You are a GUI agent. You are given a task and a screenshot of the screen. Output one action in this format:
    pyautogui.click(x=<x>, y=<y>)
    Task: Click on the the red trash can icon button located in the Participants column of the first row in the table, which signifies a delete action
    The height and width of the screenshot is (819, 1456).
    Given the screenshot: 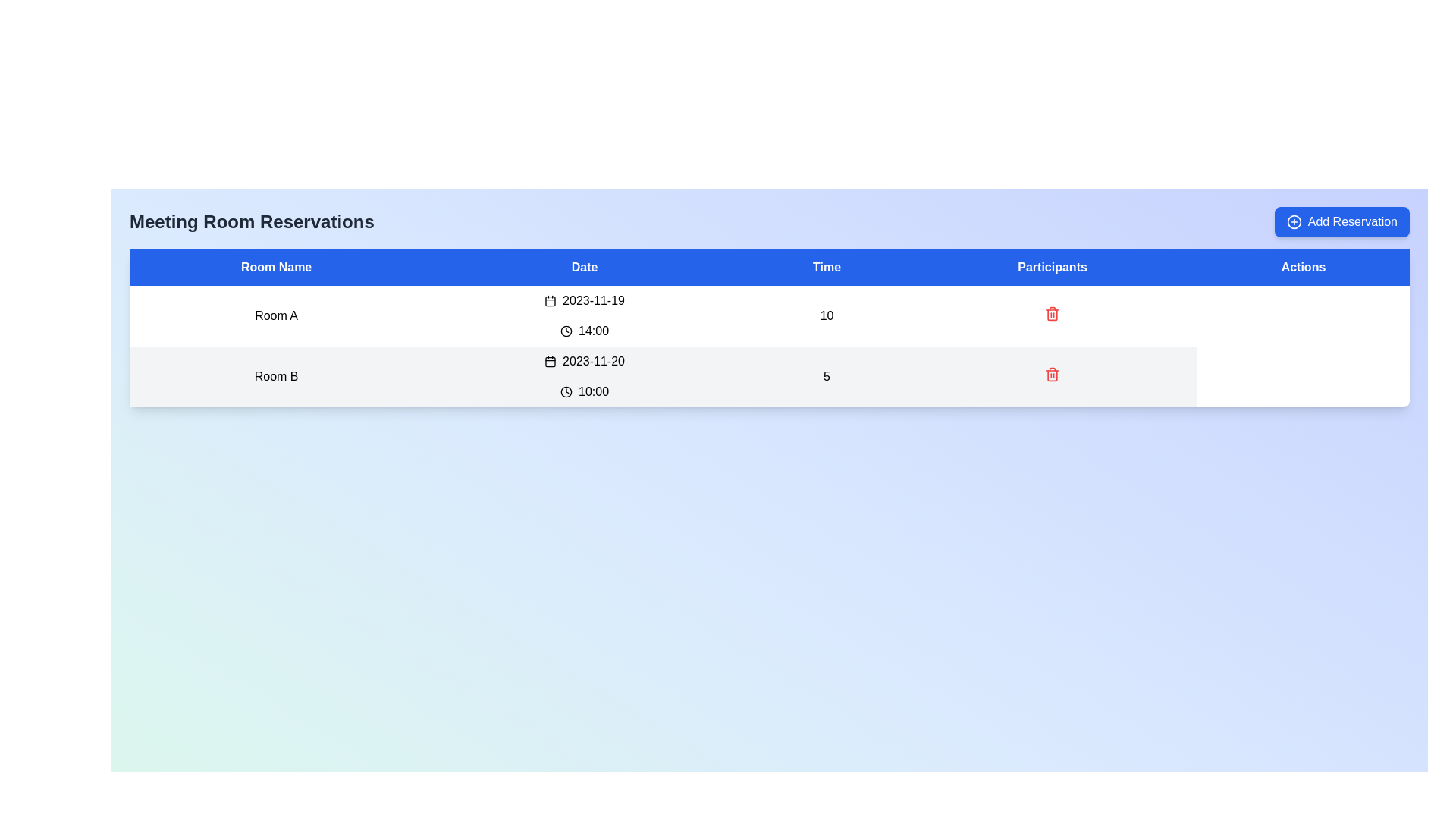 What is the action you would take?
    pyautogui.click(x=1051, y=315)
    